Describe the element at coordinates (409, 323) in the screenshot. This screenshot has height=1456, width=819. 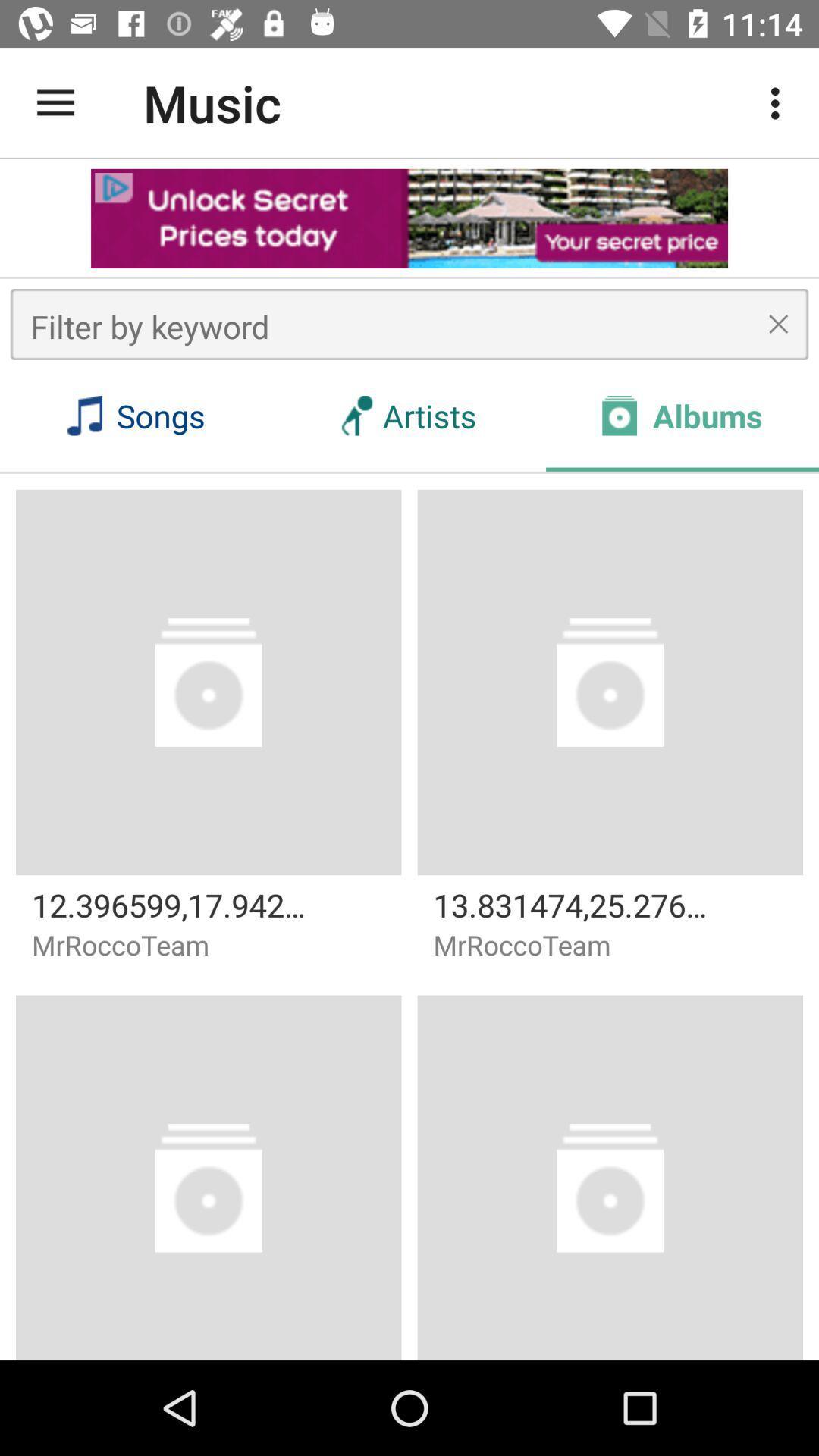
I see `search` at that location.